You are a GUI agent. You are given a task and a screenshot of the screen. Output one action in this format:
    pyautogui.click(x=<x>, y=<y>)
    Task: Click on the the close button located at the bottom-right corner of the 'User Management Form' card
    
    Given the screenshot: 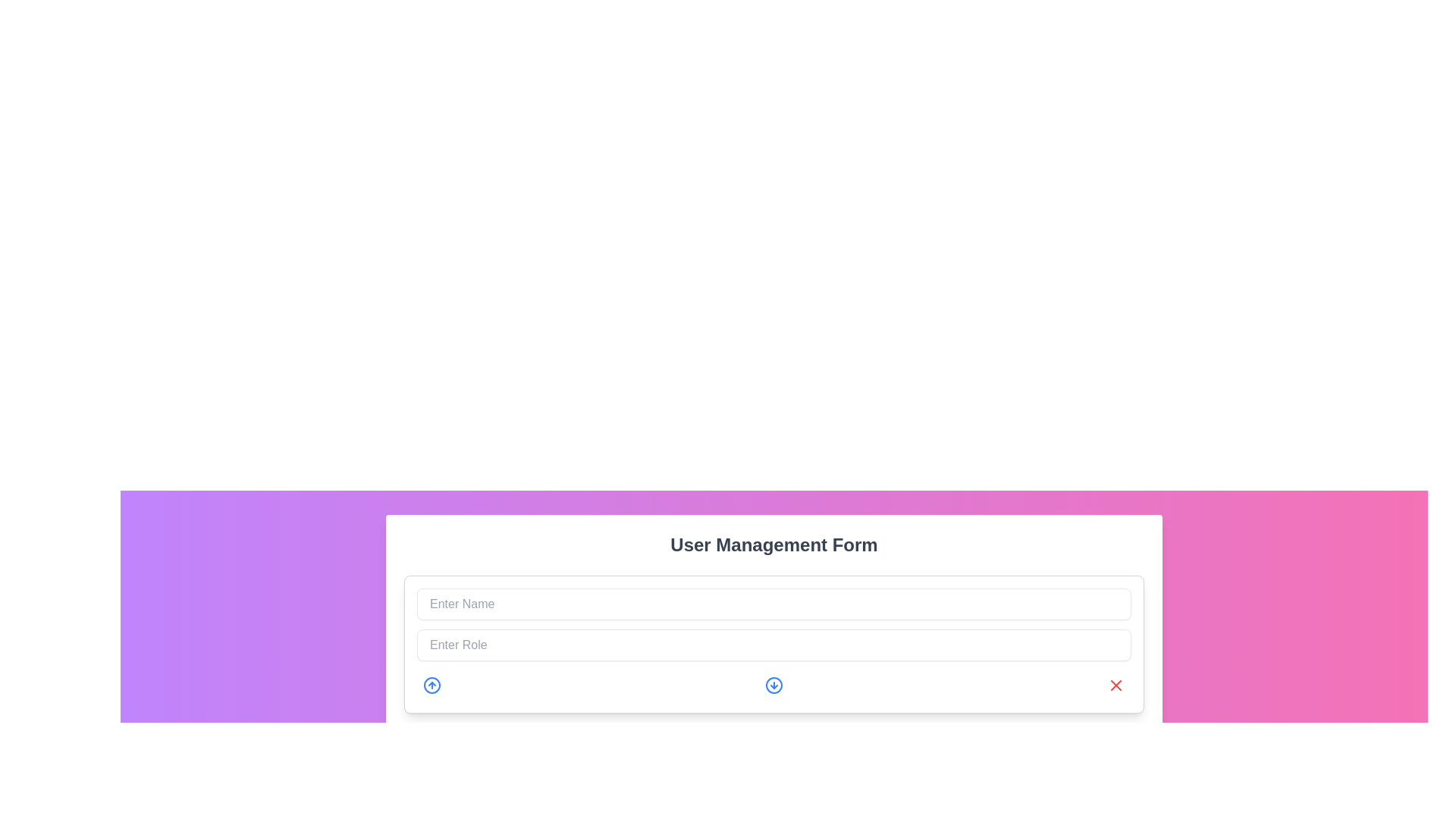 What is the action you would take?
    pyautogui.click(x=1116, y=685)
    